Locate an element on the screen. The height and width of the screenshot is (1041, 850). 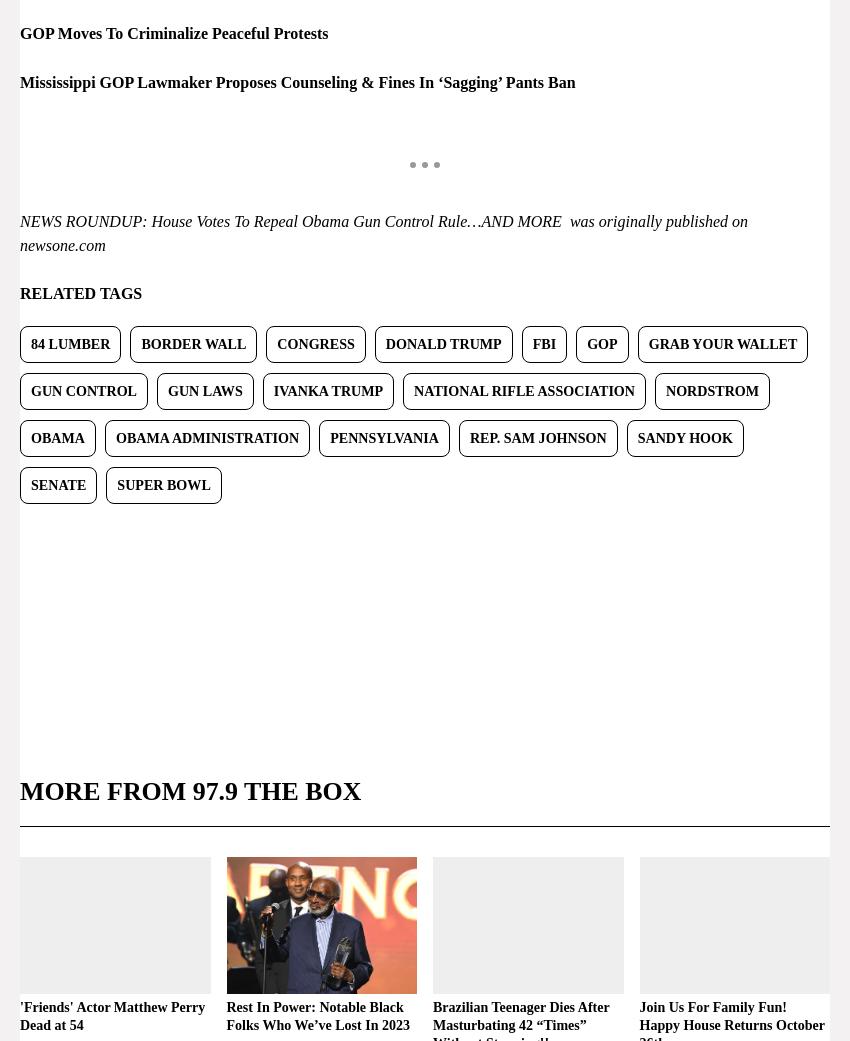
'FBI' is located at coordinates (543, 344).